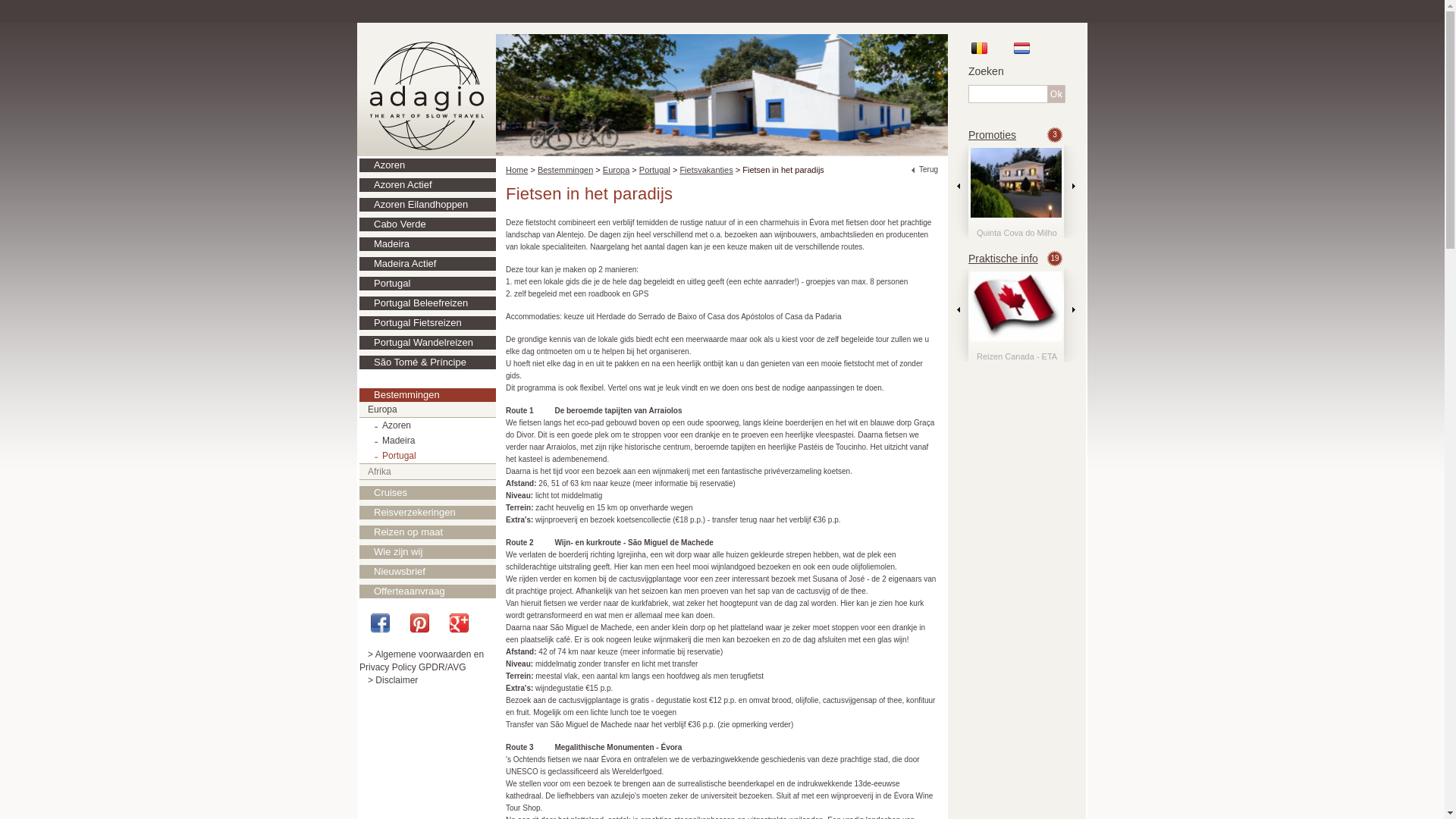 The height and width of the screenshot is (819, 1456). Describe the element at coordinates (422, 660) in the screenshot. I see `'> Algemene voorwaarden en Privacy Policy GPDR/AVG'` at that location.